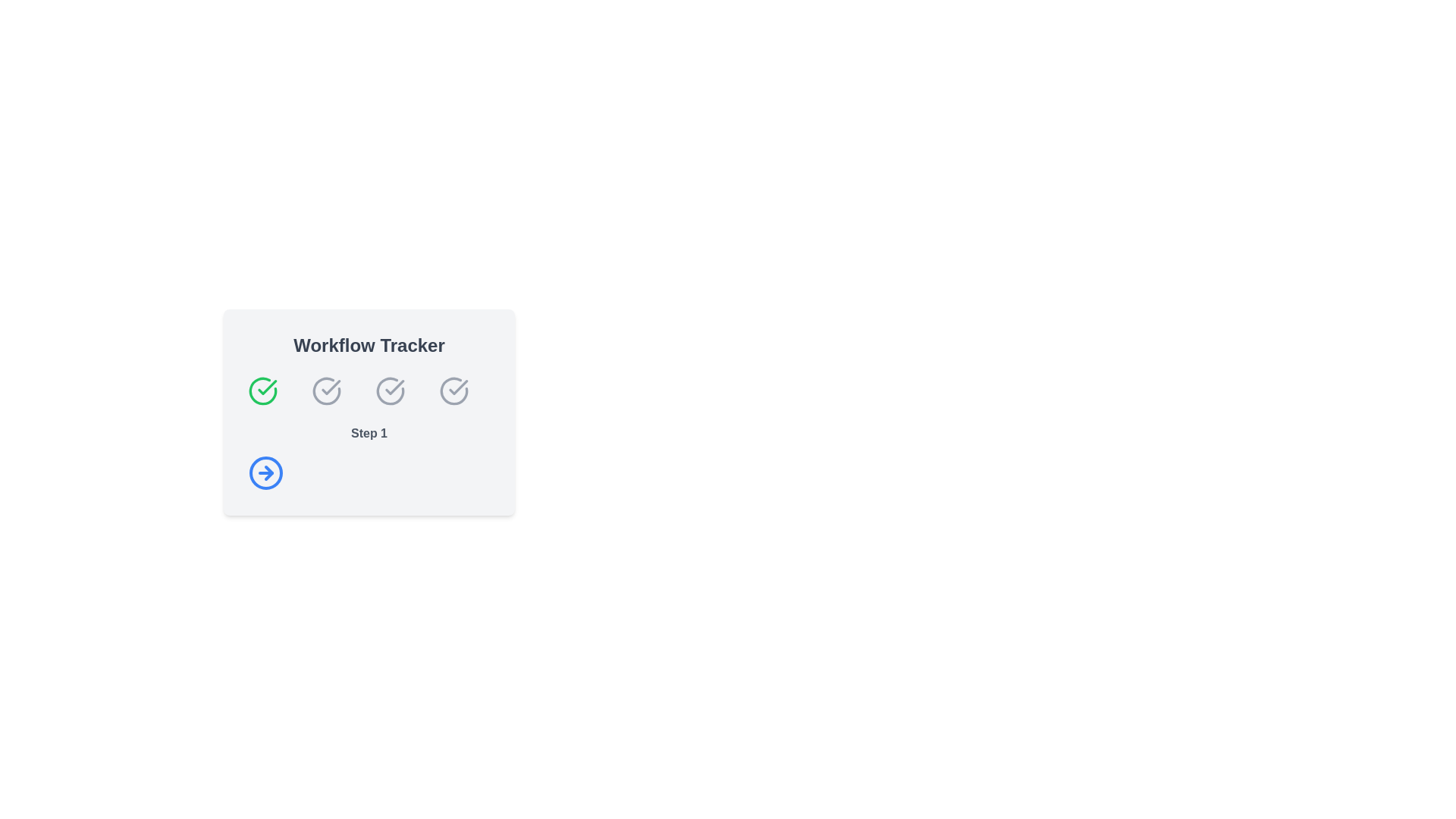 The width and height of the screenshot is (1456, 819). Describe the element at coordinates (390, 391) in the screenshot. I see `the circular icon with a gray checkmark inside, which is the third icon in a row of four, located under the 'Workflow Tracker' label and above the 'Step 1' text` at that location.